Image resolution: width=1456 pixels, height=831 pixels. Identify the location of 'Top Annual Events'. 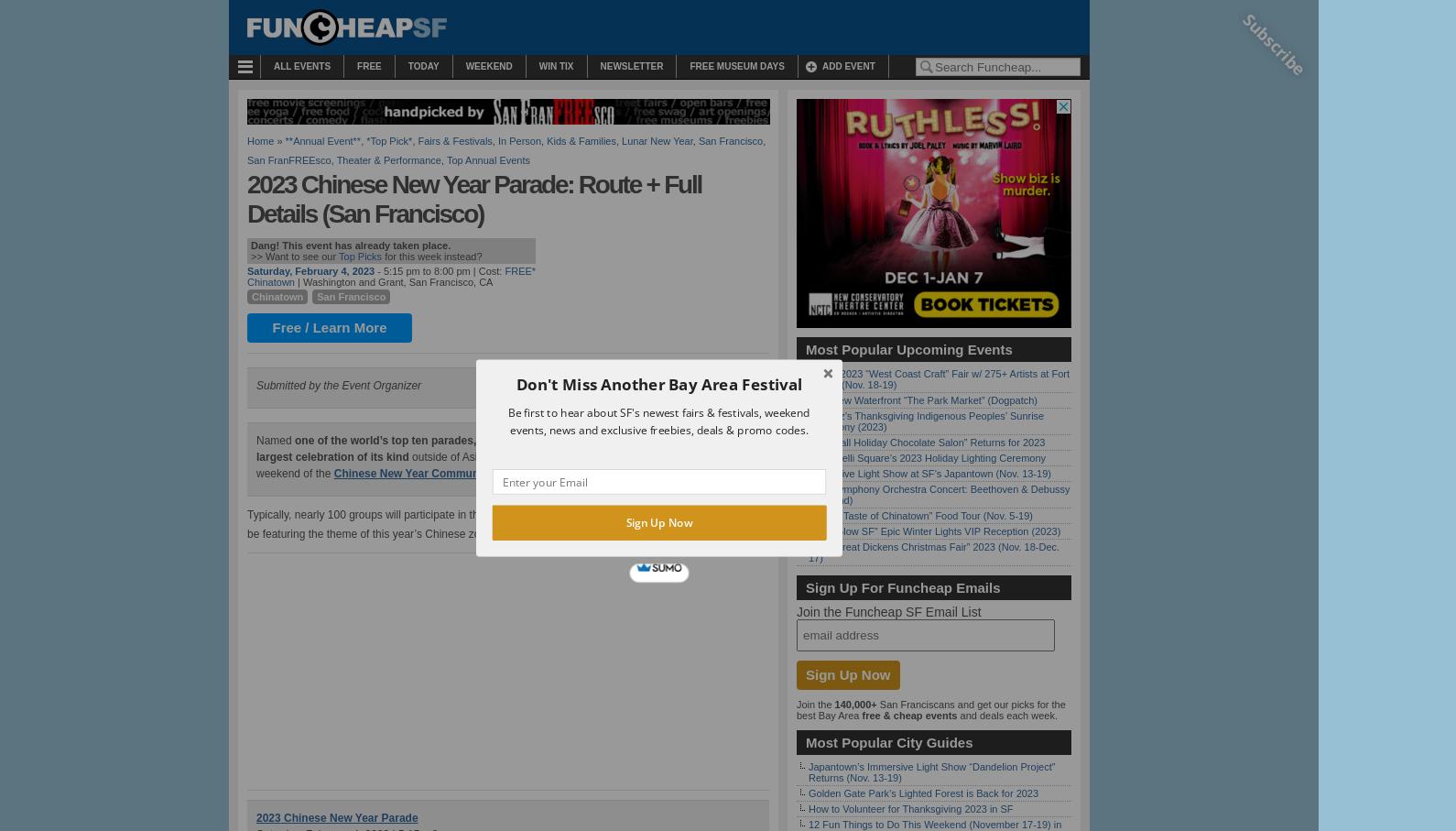
(487, 159).